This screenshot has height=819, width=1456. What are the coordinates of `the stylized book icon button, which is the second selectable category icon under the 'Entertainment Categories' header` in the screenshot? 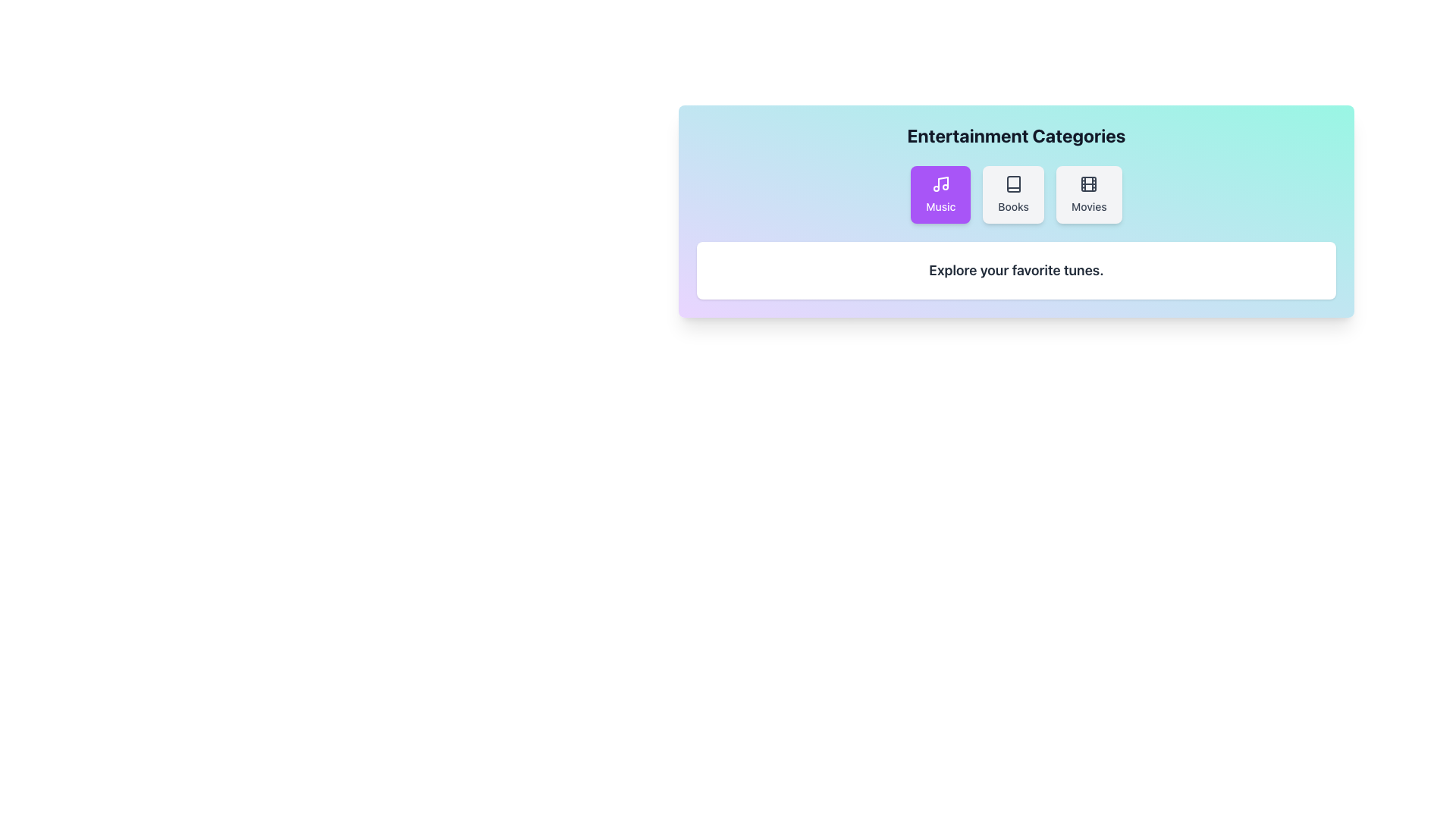 It's located at (1012, 184).